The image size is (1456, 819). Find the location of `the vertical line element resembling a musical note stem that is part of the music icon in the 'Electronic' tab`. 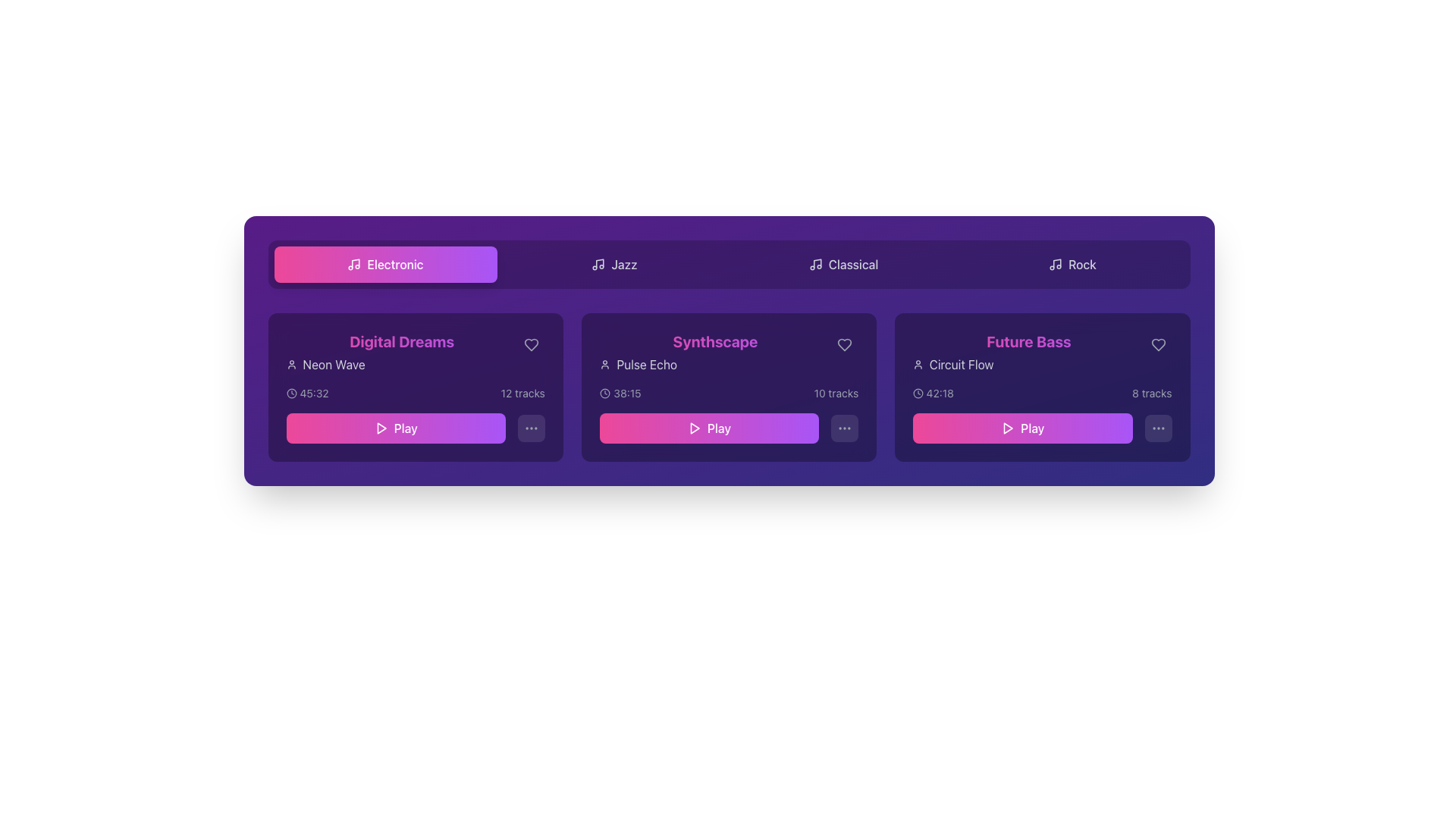

the vertical line element resembling a musical note stem that is part of the music icon in the 'Electronic' tab is located at coordinates (355, 262).